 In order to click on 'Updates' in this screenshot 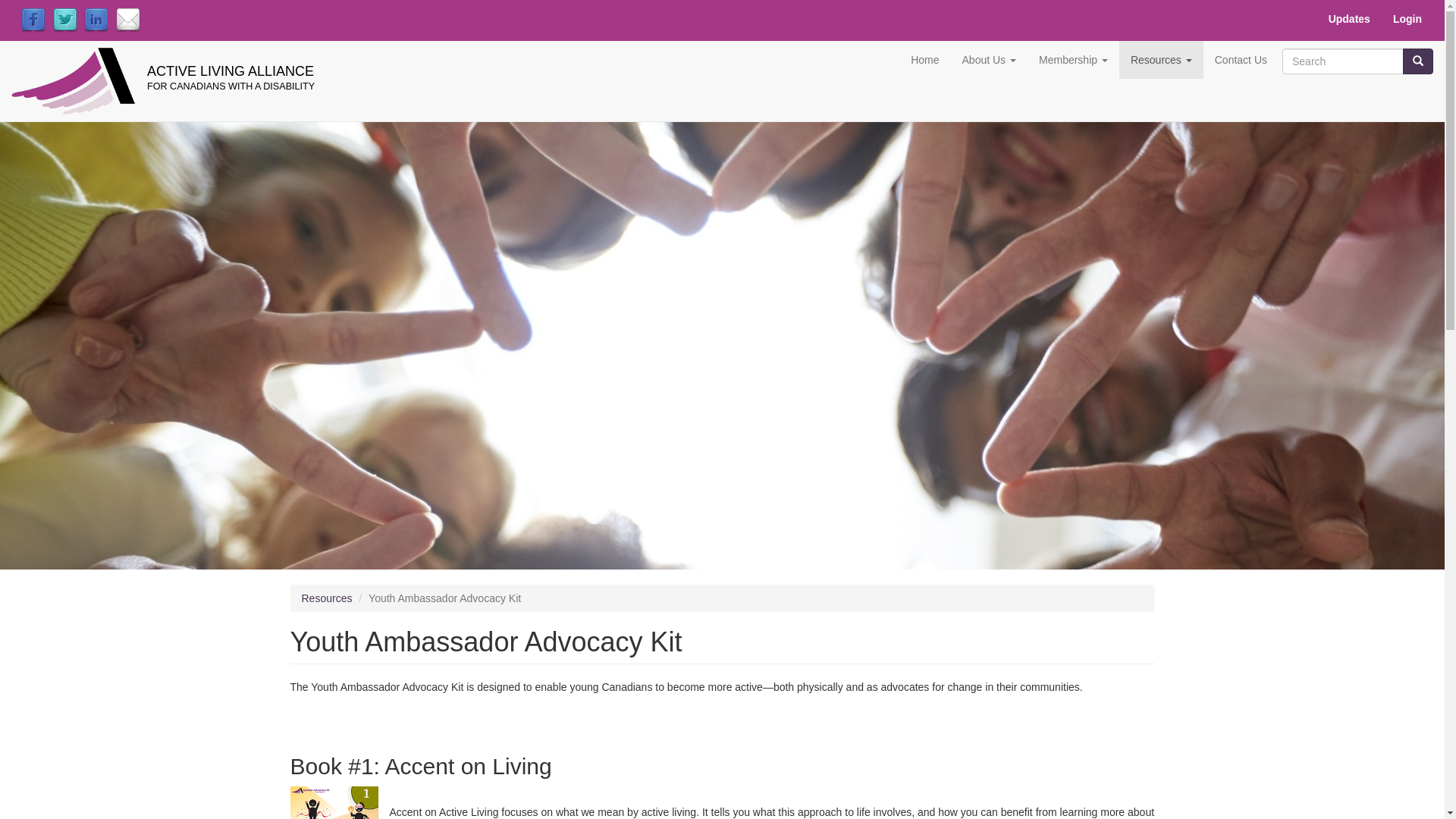, I will do `click(1349, 18)`.